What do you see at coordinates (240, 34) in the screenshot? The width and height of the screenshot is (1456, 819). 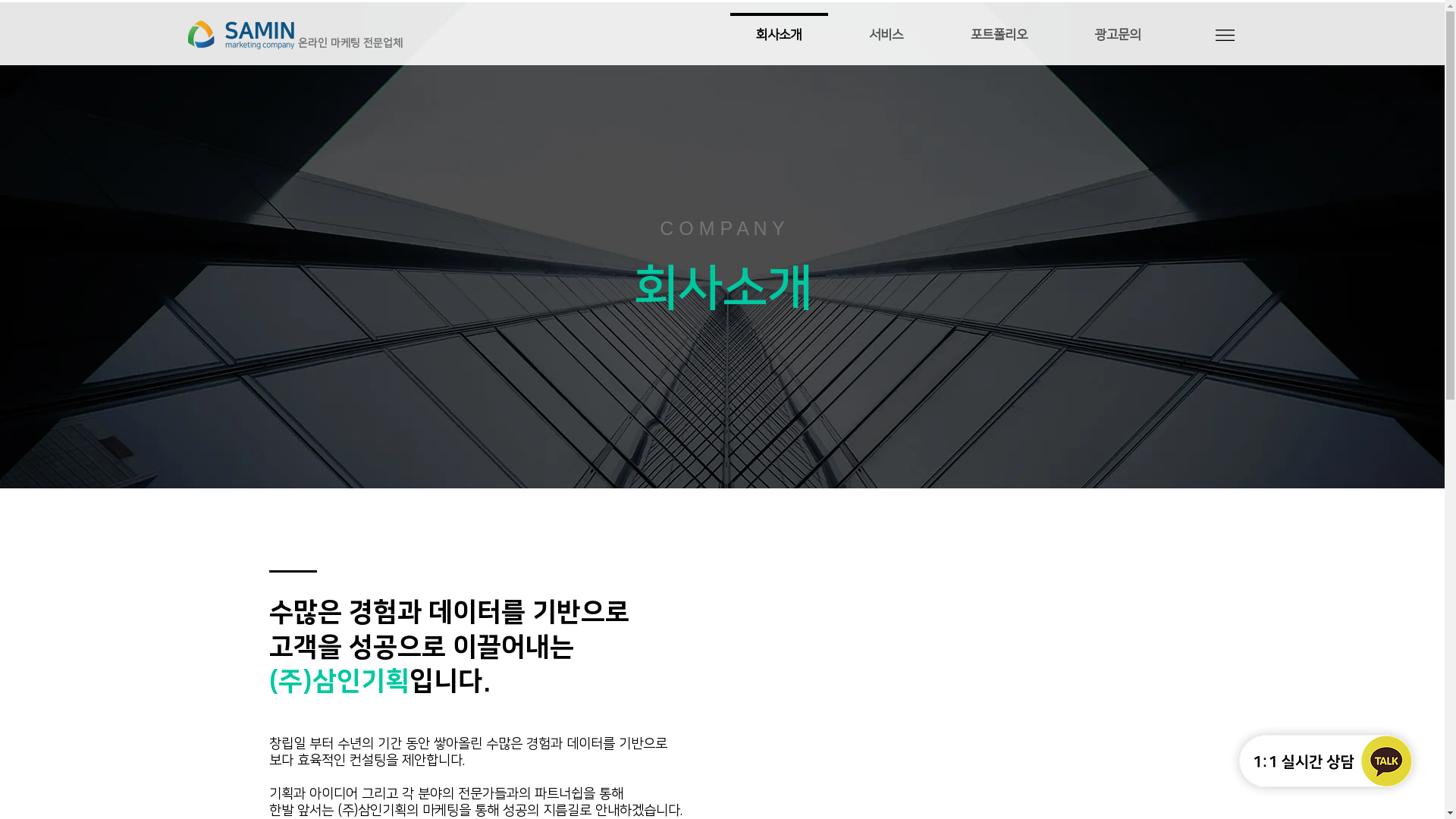 I see `'logo.png'` at bounding box center [240, 34].